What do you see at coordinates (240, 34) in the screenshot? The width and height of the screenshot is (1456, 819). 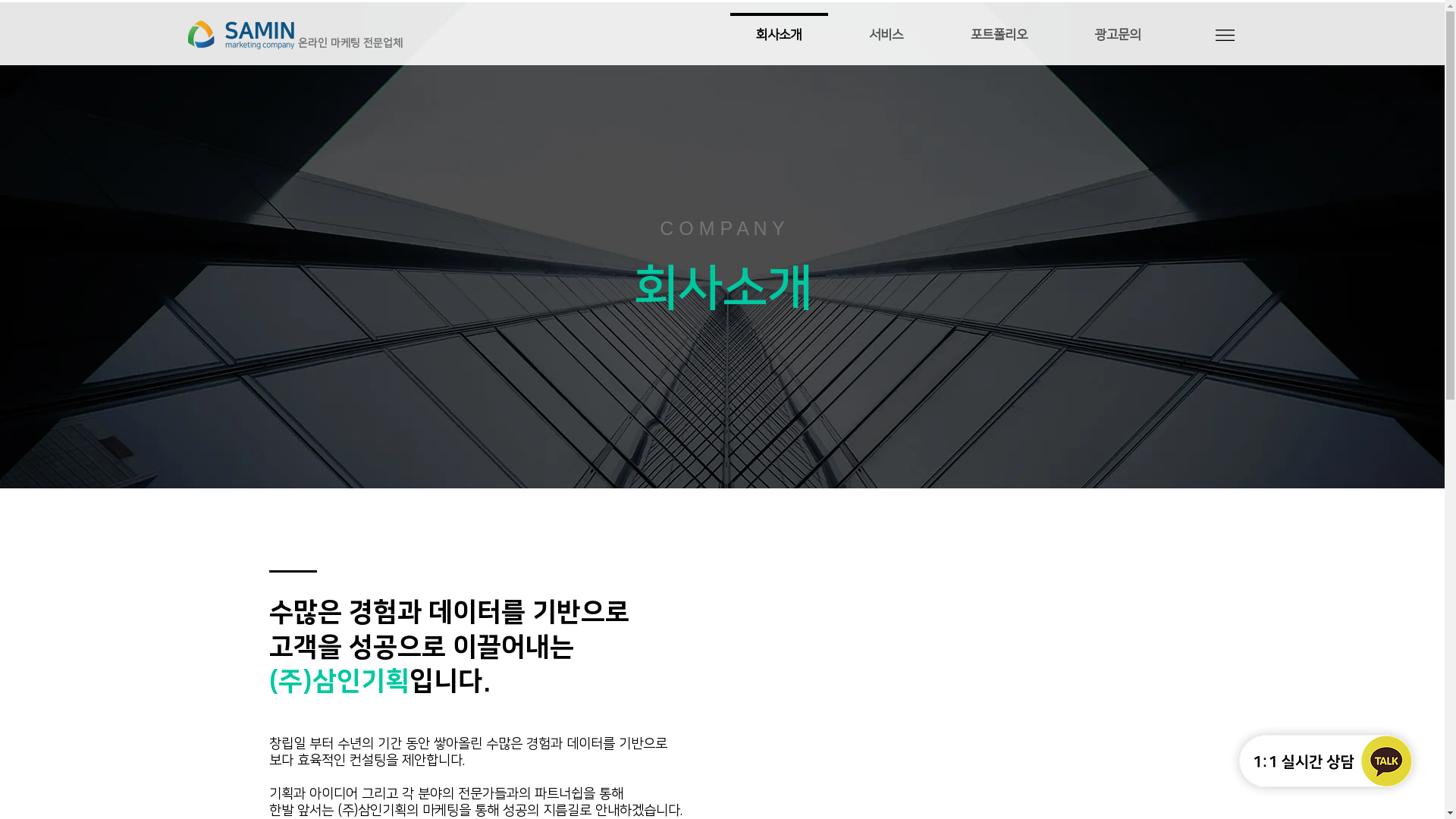 I see `'logo.png'` at bounding box center [240, 34].